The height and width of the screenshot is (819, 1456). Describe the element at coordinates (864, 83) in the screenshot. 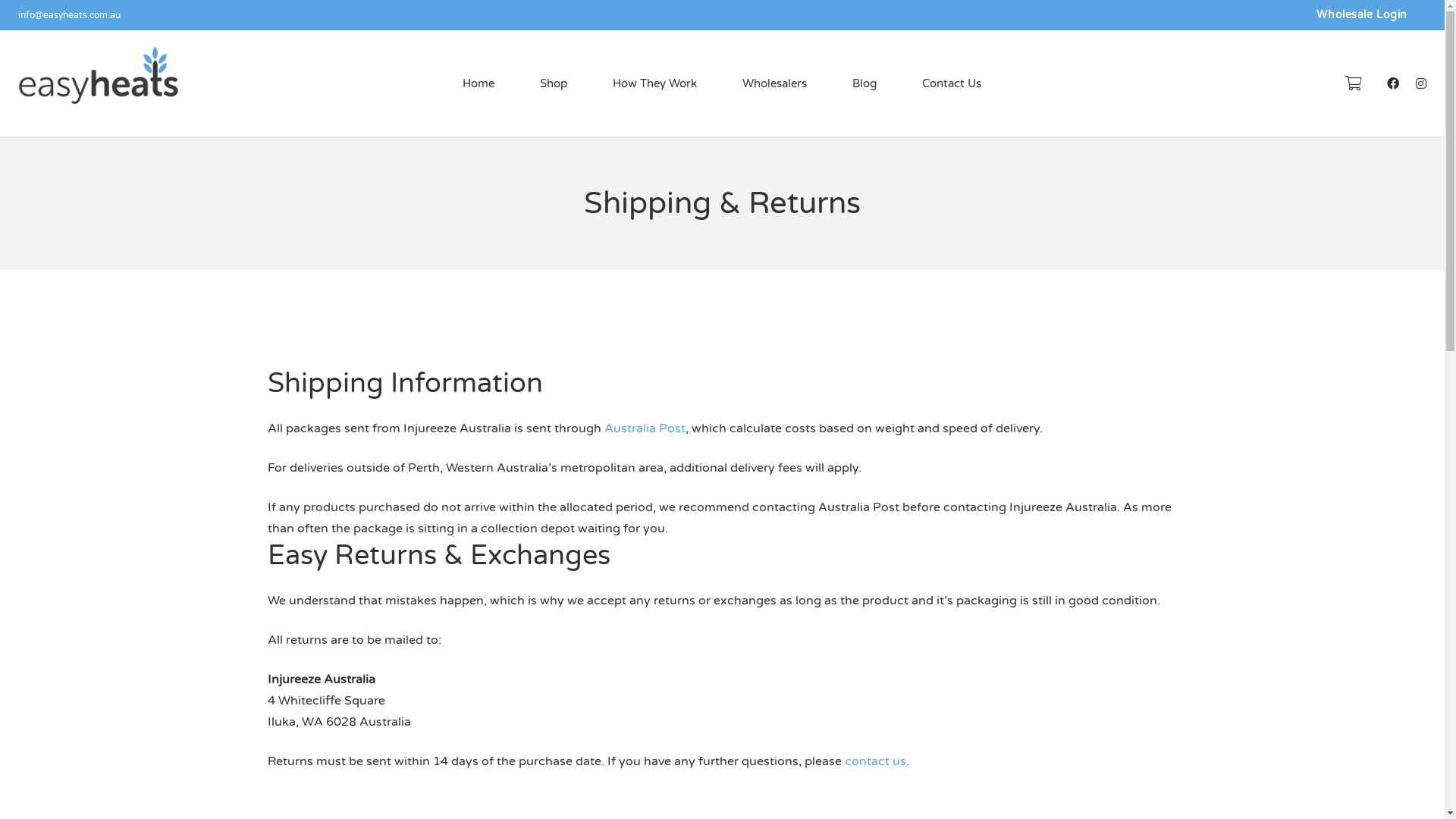

I see `'Blog'` at that location.